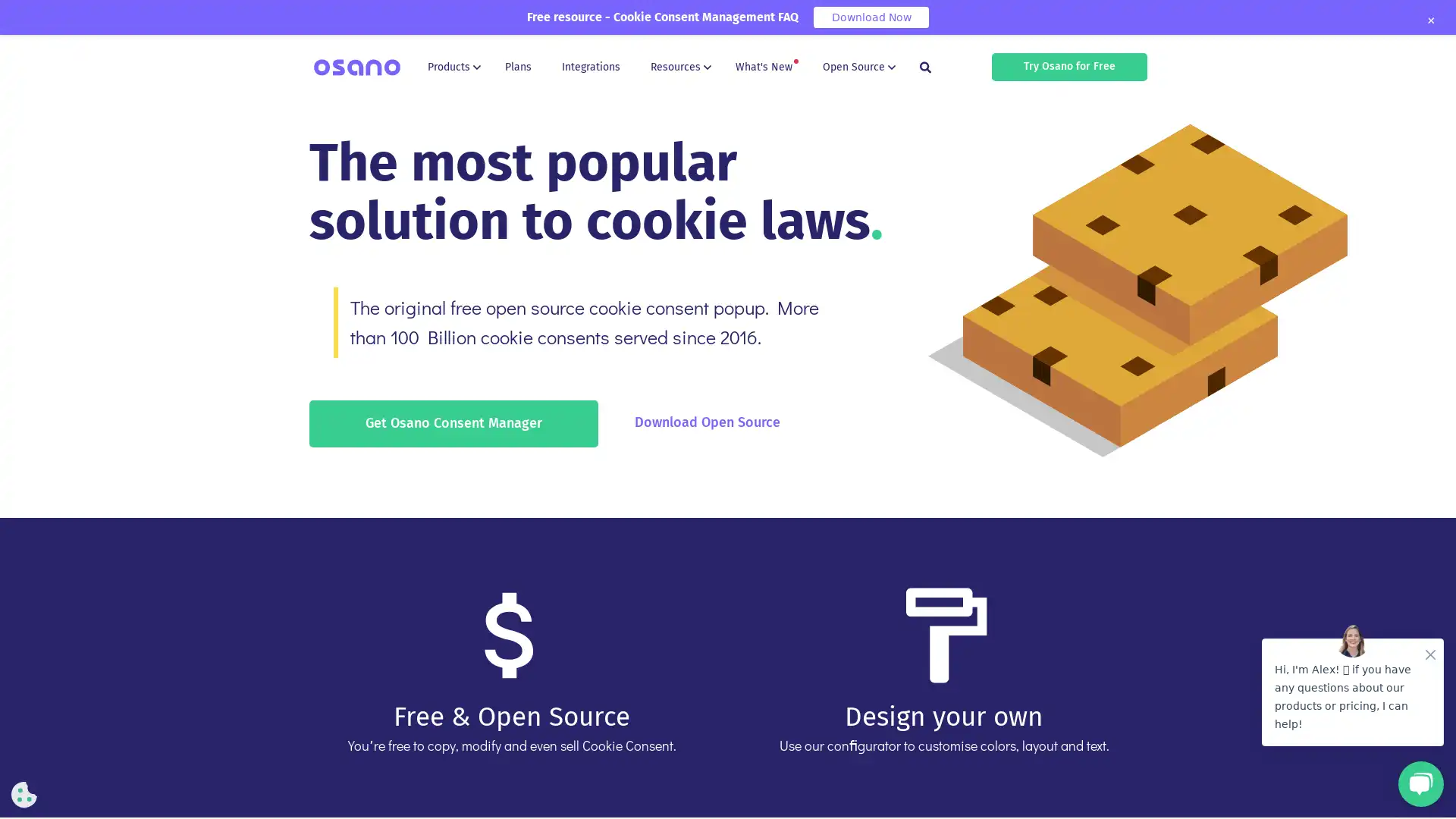 The height and width of the screenshot is (819, 1456). What do you see at coordinates (24, 794) in the screenshot?
I see `Cookie Preferences` at bounding box center [24, 794].